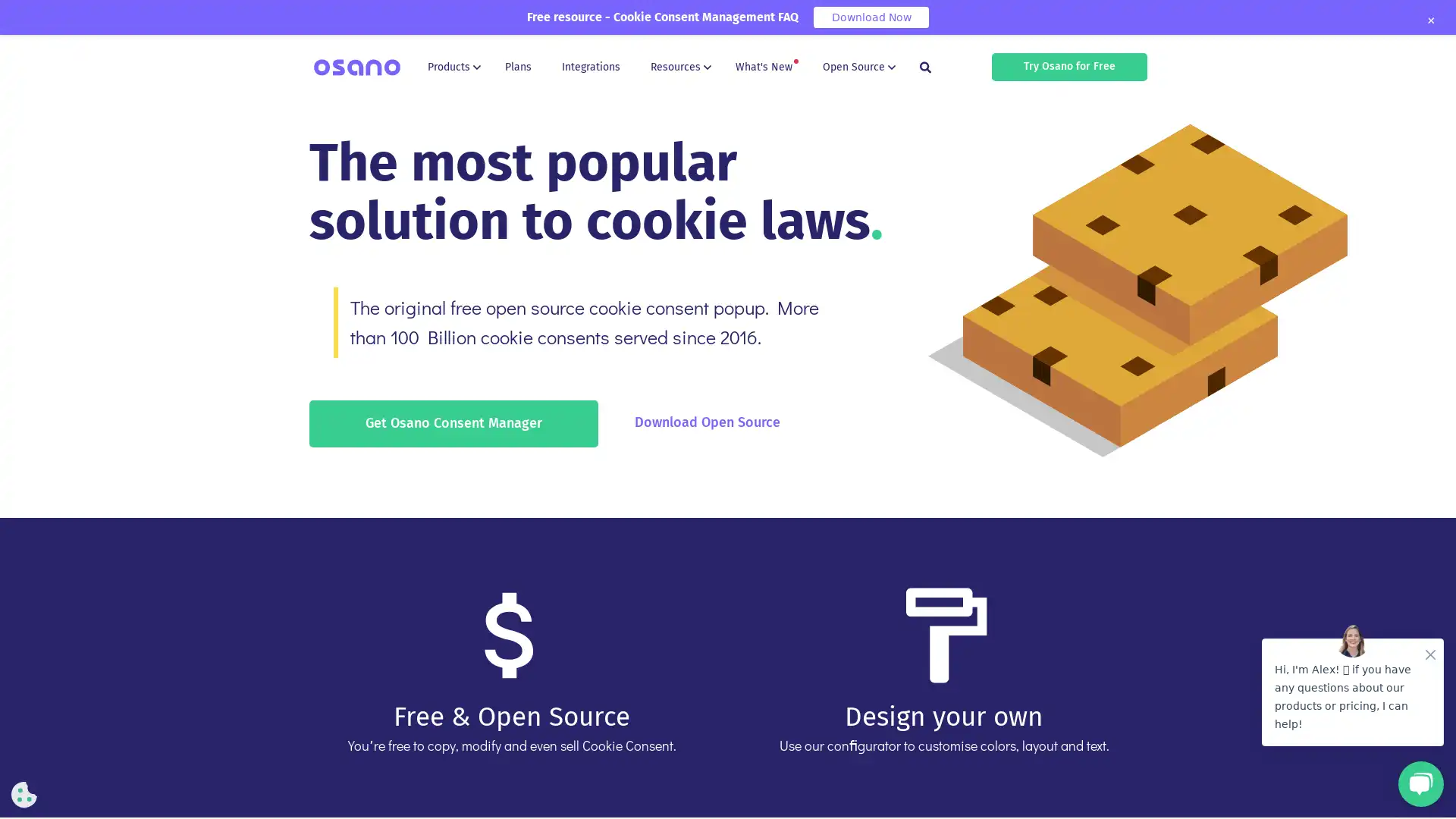 The height and width of the screenshot is (819, 1456). What do you see at coordinates (24, 794) in the screenshot?
I see `Cookie Preferences` at bounding box center [24, 794].